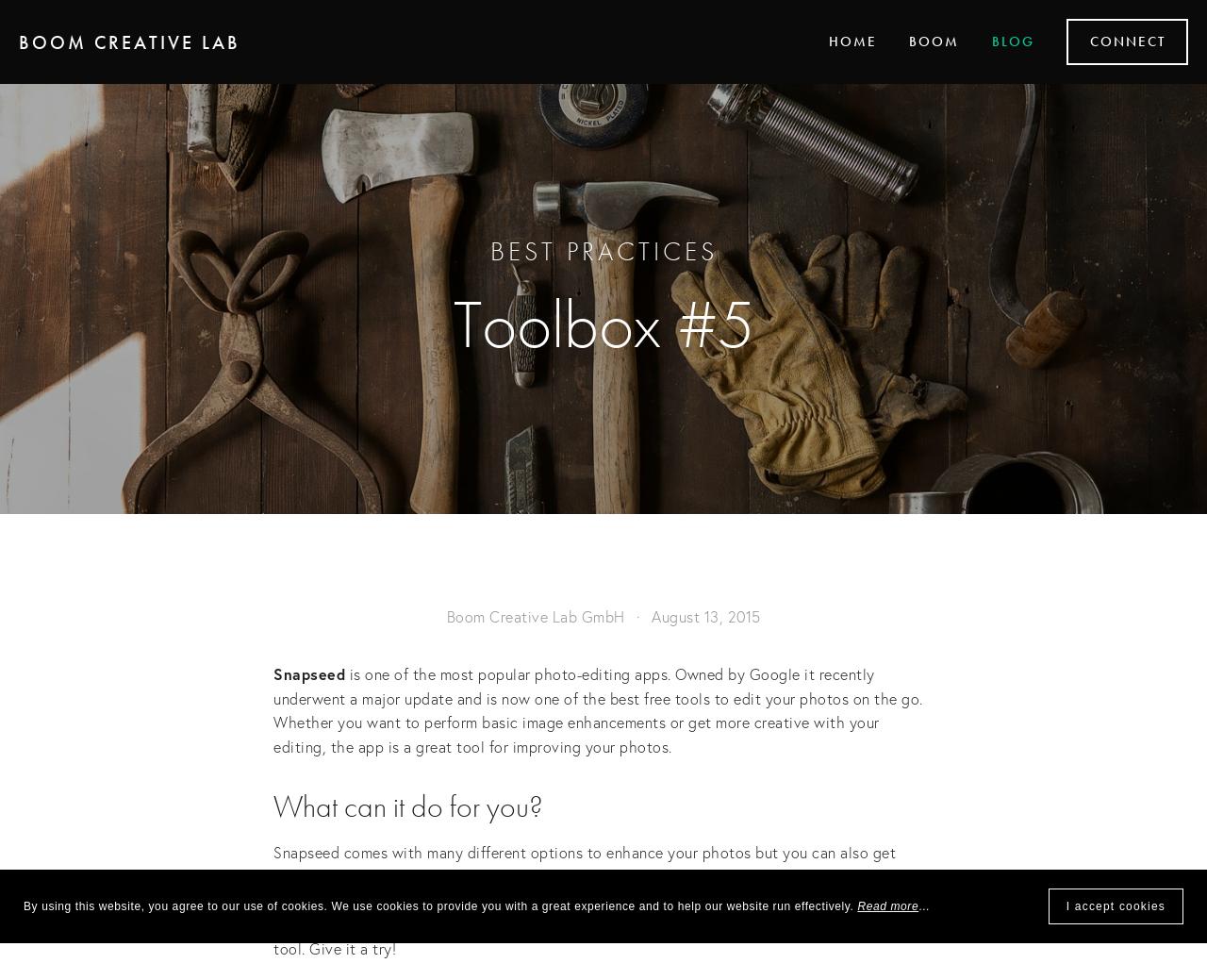  What do you see at coordinates (407, 805) in the screenshot?
I see `'What can it do for you?'` at bounding box center [407, 805].